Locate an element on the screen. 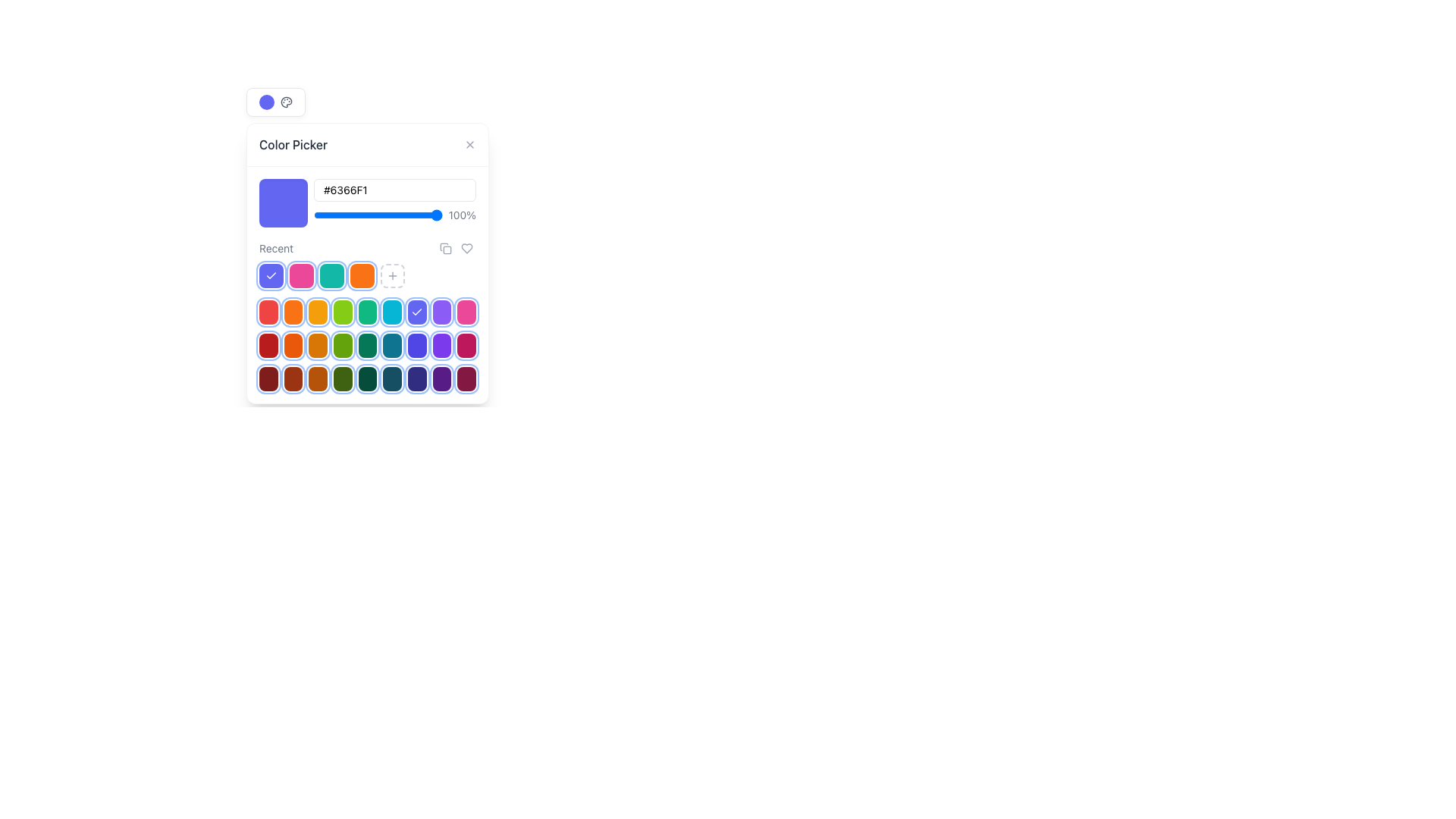 The width and height of the screenshot is (1456, 819). the third button in the horizontal row of color selection buttons in the 'Color Picker' panel to observe the hover effect is located at coordinates (317, 378).